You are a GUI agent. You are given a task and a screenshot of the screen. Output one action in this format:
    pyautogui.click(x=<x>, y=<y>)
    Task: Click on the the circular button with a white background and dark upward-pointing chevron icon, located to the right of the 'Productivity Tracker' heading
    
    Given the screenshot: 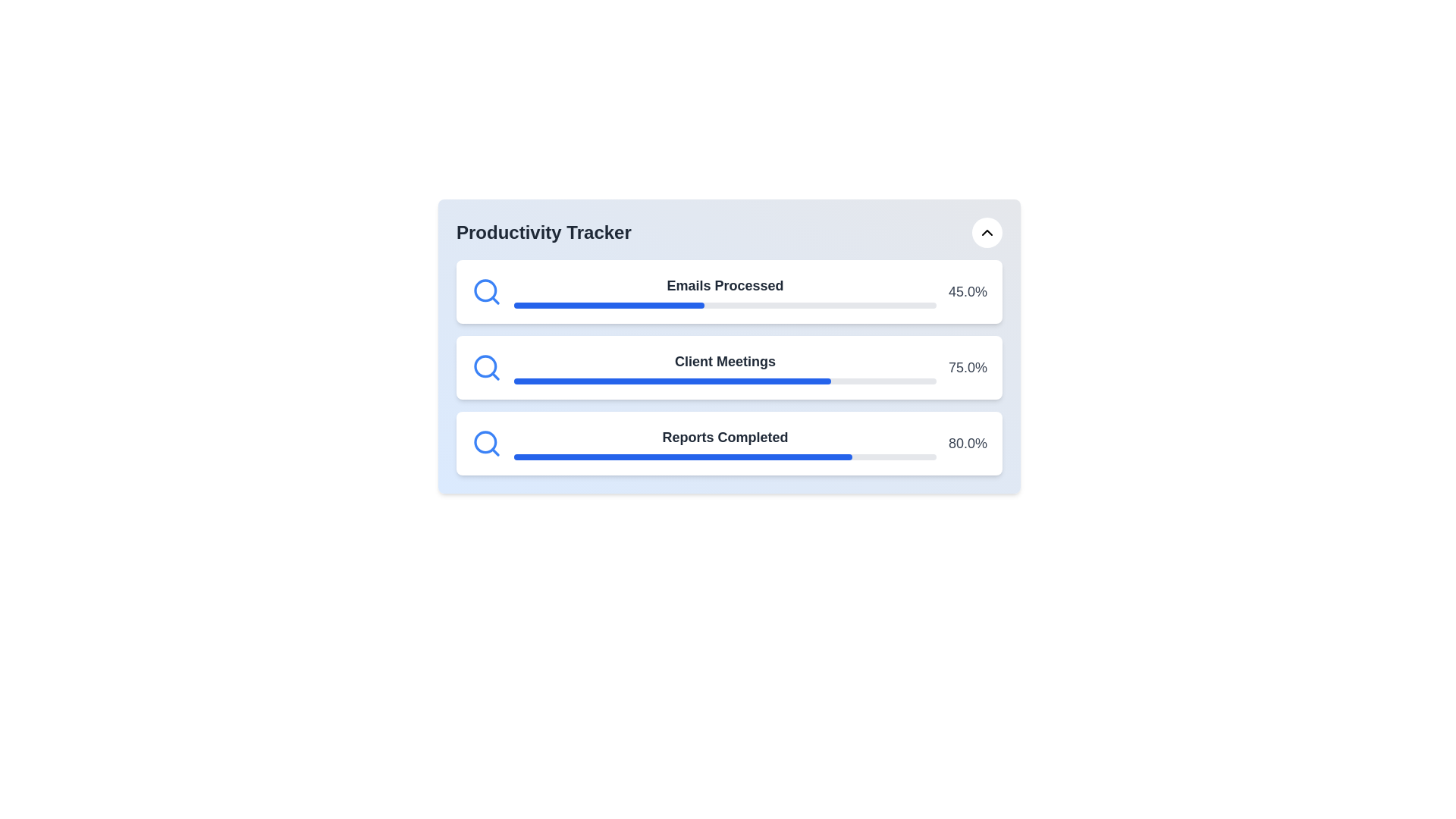 What is the action you would take?
    pyautogui.click(x=987, y=233)
    